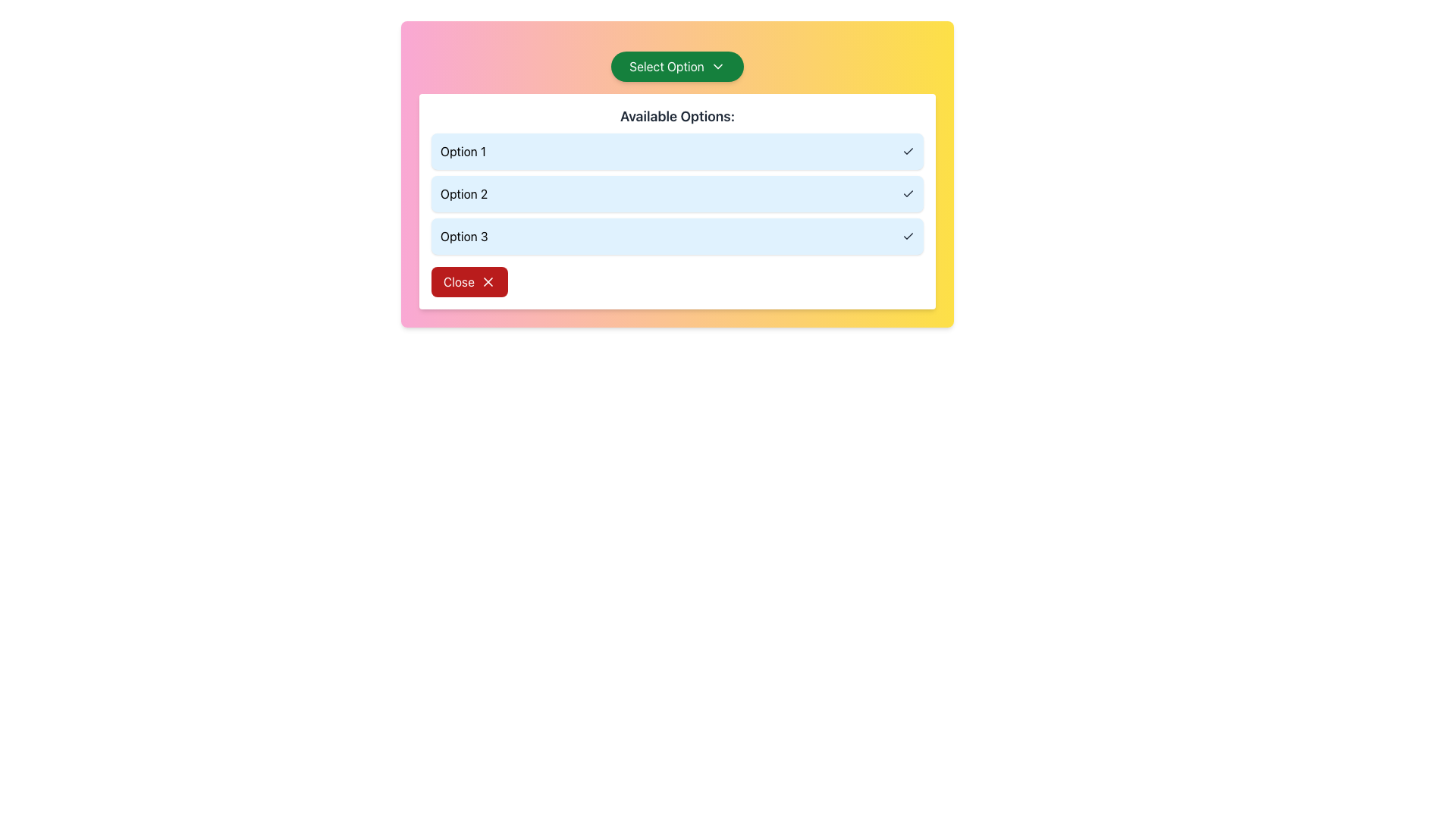 The width and height of the screenshot is (1456, 819). What do you see at coordinates (676, 237) in the screenshot?
I see `the list item labeled 'Option 3' in the dropdown menu` at bounding box center [676, 237].